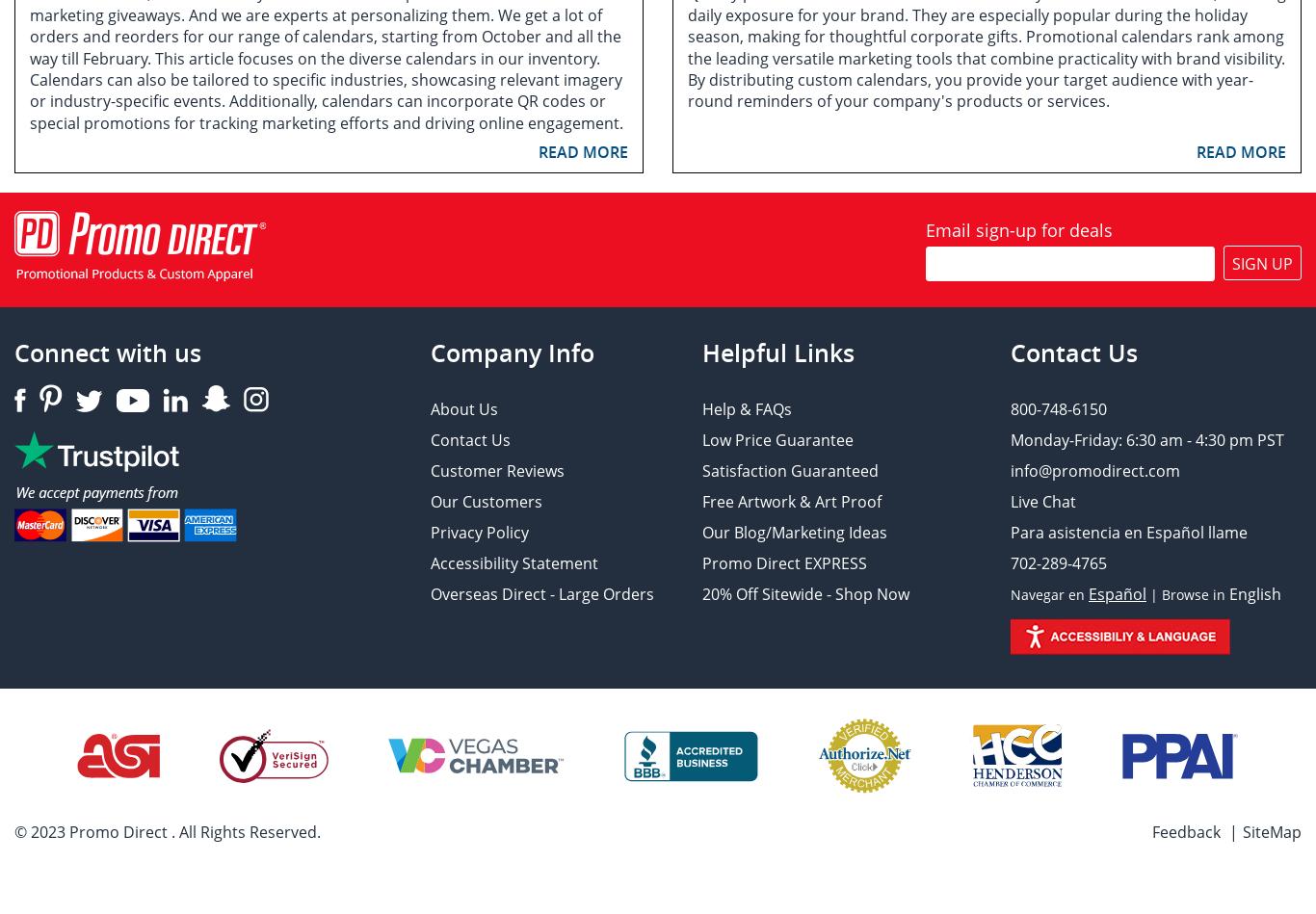 This screenshot has height=914, width=1316. Describe the element at coordinates (783, 561) in the screenshot. I see `'Promo Direct EXPRESS'` at that location.